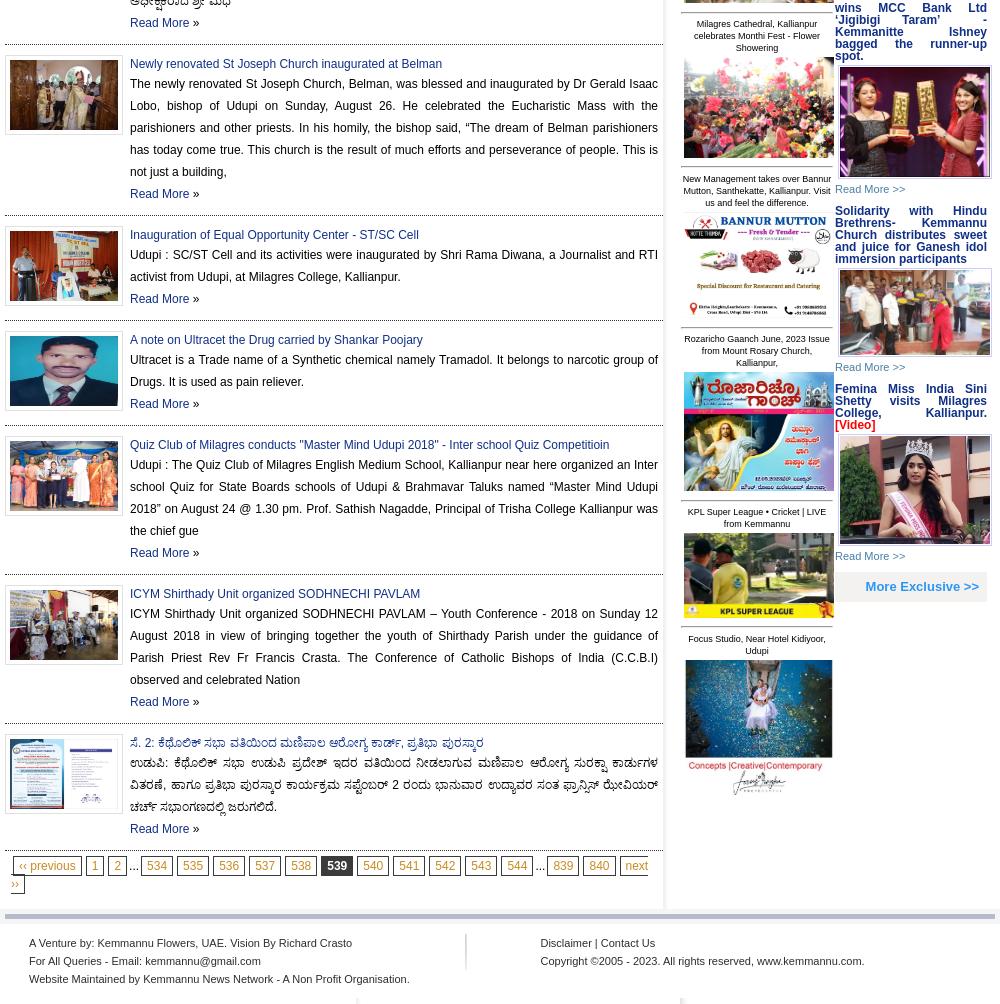 This screenshot has width=1000, height=1004. I want to click on 'ಸೆ. 2: ಕೆಥೊಲಿಕ್ ಸಭಾ ವತಿಯಿಂದ ಮಣಿಪಾಲ ಆರೋಗ್ಯ ಕಾರ್ಡ್, ಪ್ರತಿಭಾ ಪುರಸ್ಕಾರ', so click(306, 741).